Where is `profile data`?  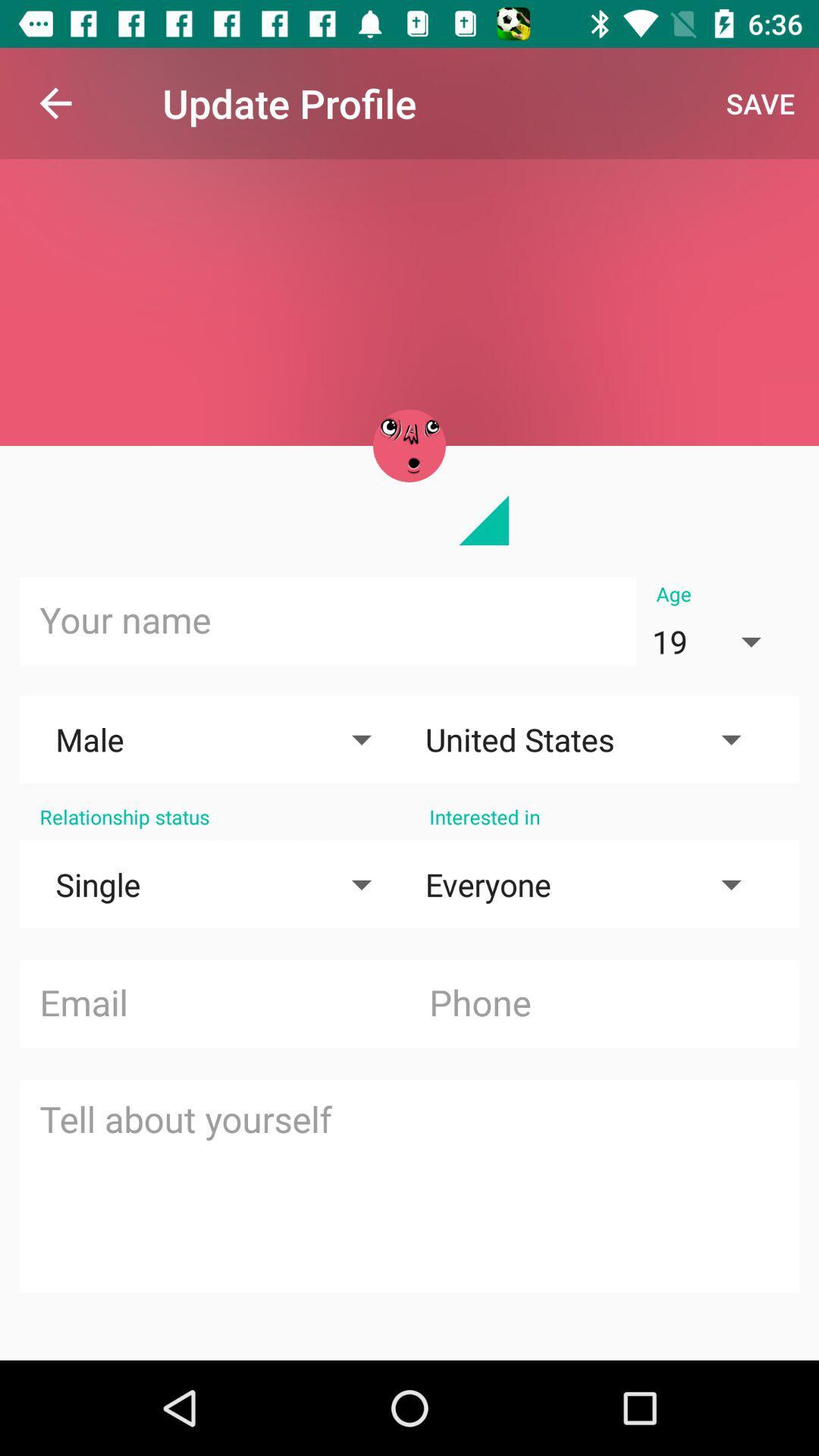
profile data is located at coordinates (409, 1185).